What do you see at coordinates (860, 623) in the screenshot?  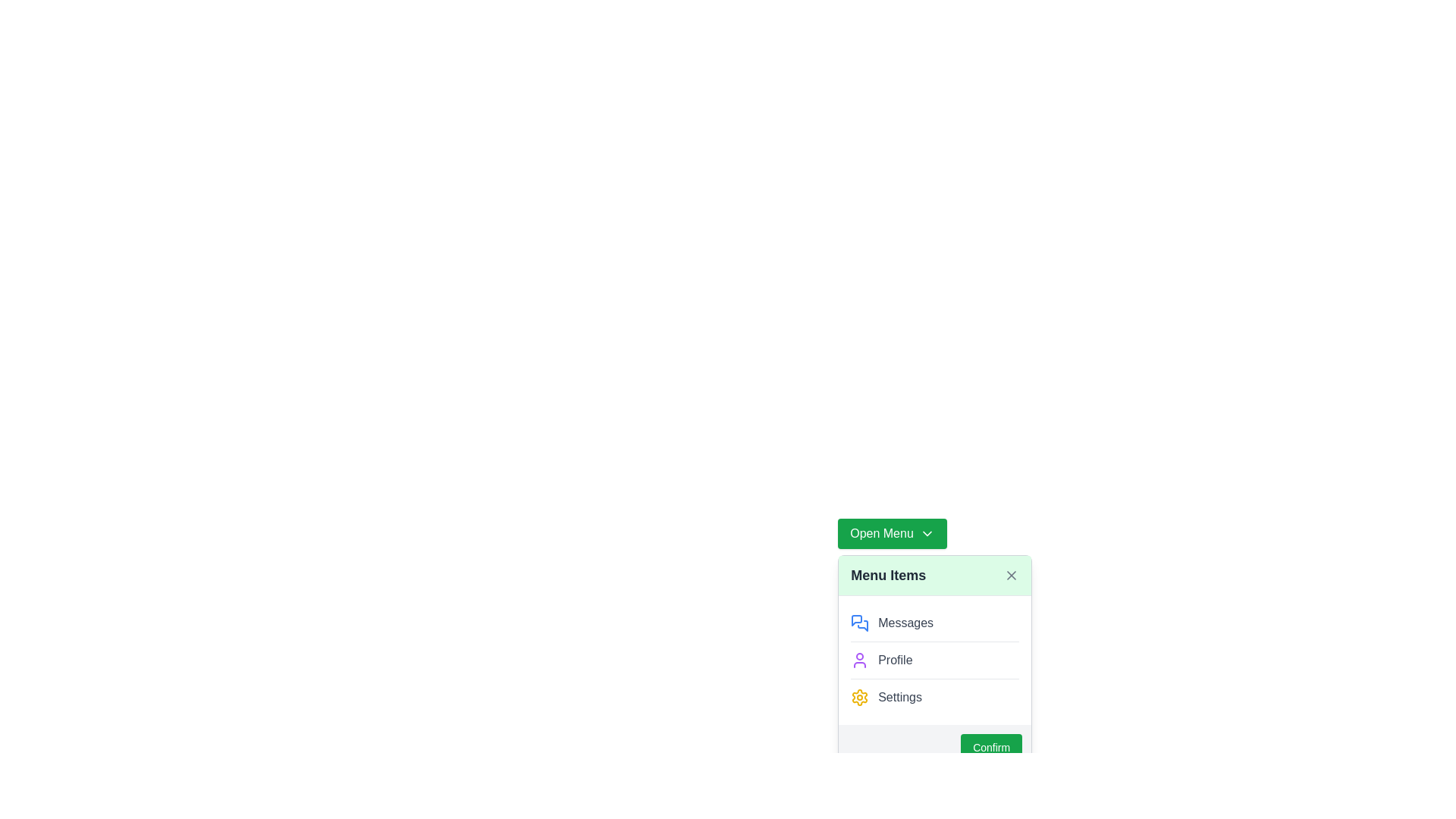 I see `the blue icon depicting two speech bubbles, which is the first item in the 'Menu Items' window adjacent to the 'Messages' label` at bounding box center [860, 623].